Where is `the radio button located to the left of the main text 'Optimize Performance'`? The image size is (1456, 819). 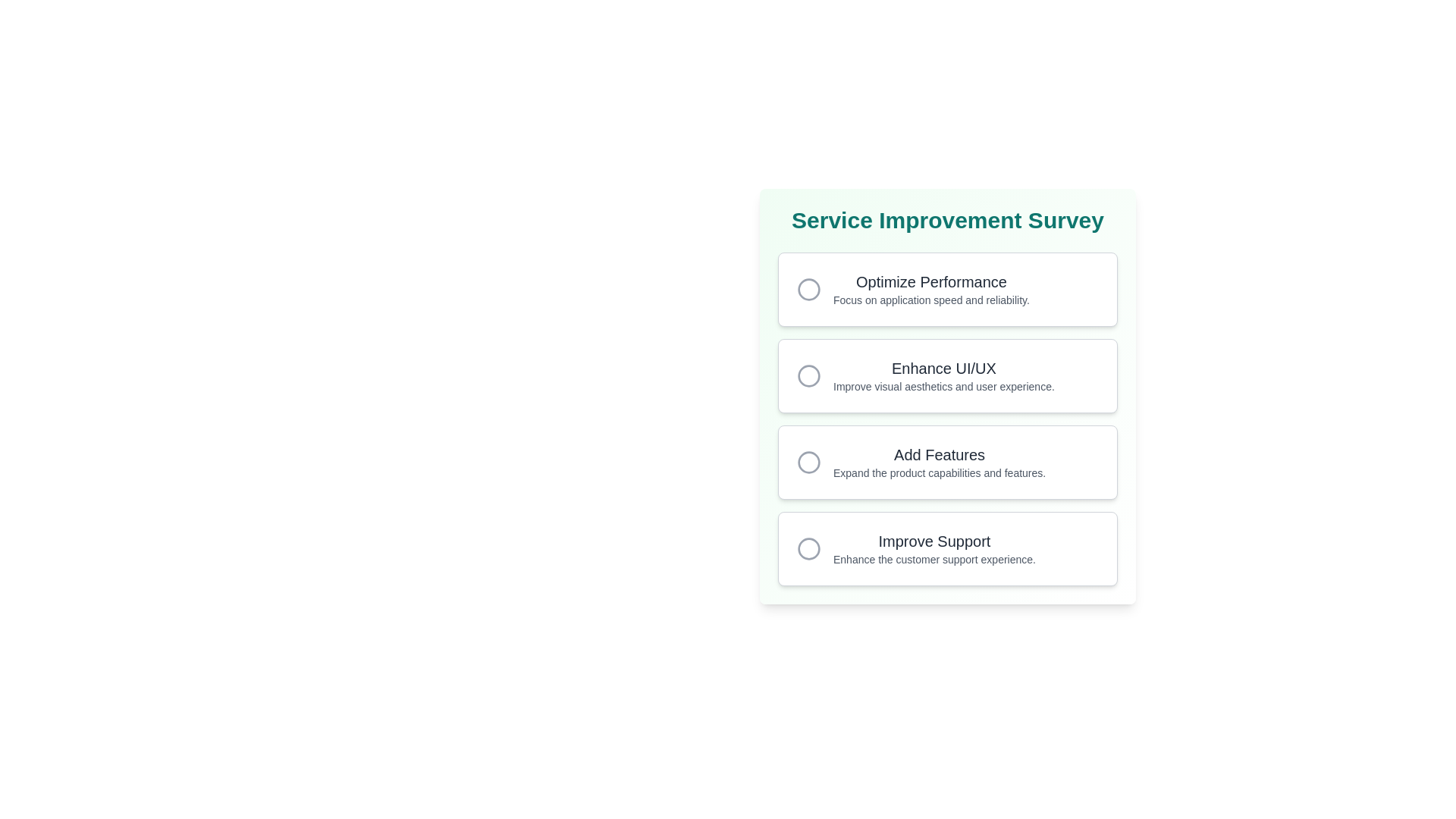 the radio button located to the left of the main text 'Optimize Performance' is located at coordinates (808, 289).